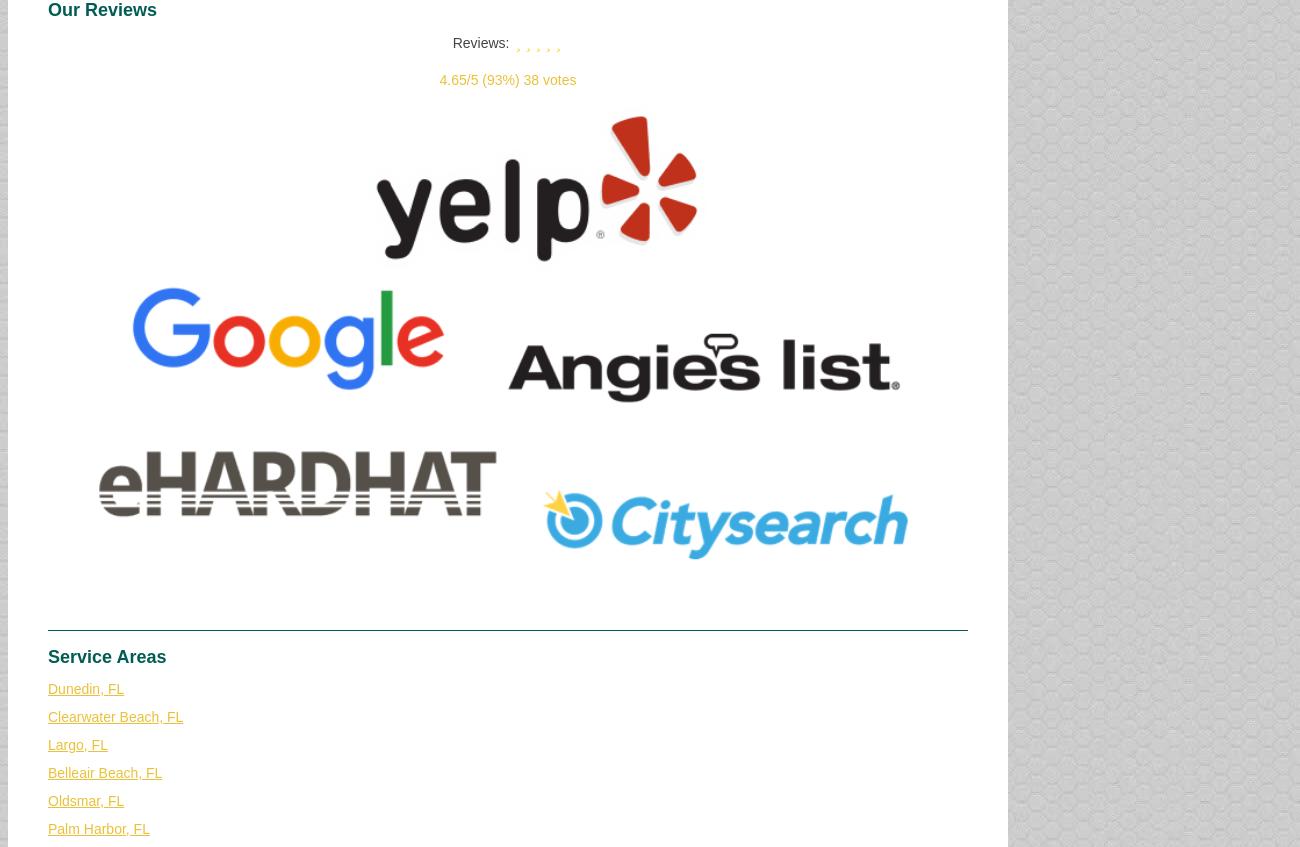 This screenshot has height=847, width=1300. Describe the element at coordinates (500, 80) in the screenshot. I see `'(93%)'` at that location.